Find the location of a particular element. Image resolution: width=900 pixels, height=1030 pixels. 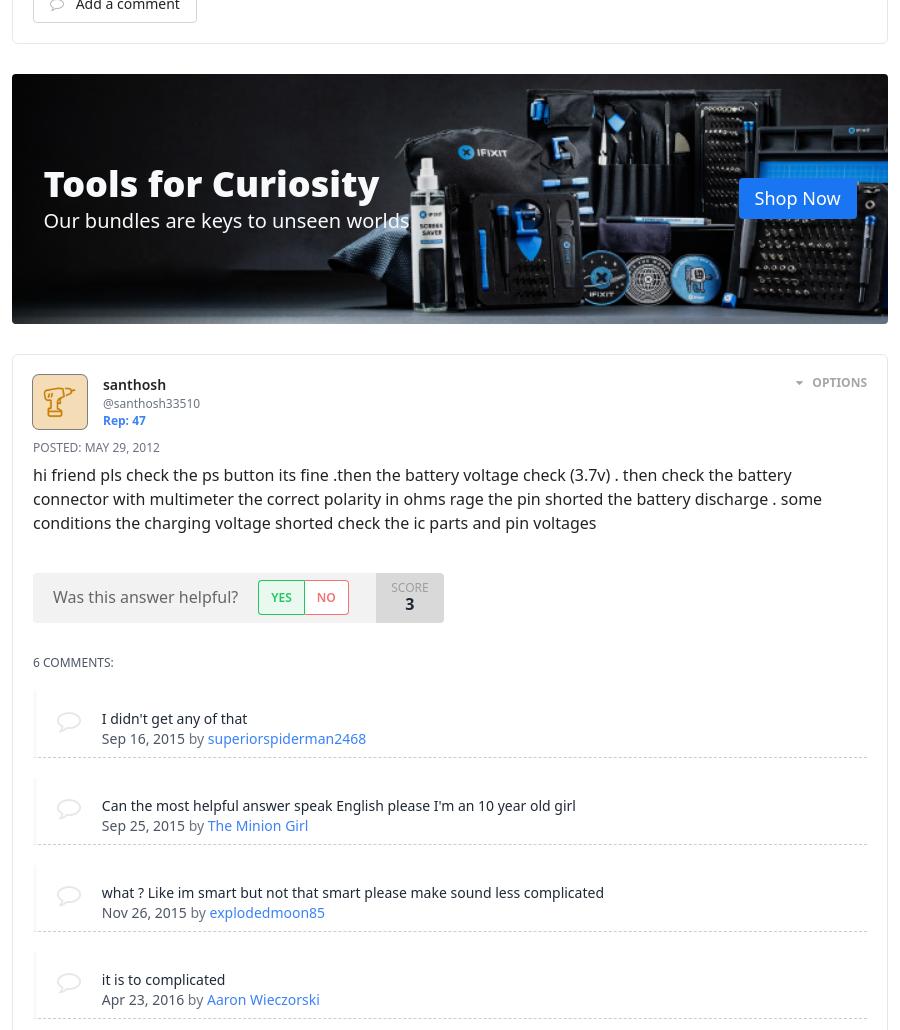

'The  Minion Girl' is located at coordinates (207, 824).